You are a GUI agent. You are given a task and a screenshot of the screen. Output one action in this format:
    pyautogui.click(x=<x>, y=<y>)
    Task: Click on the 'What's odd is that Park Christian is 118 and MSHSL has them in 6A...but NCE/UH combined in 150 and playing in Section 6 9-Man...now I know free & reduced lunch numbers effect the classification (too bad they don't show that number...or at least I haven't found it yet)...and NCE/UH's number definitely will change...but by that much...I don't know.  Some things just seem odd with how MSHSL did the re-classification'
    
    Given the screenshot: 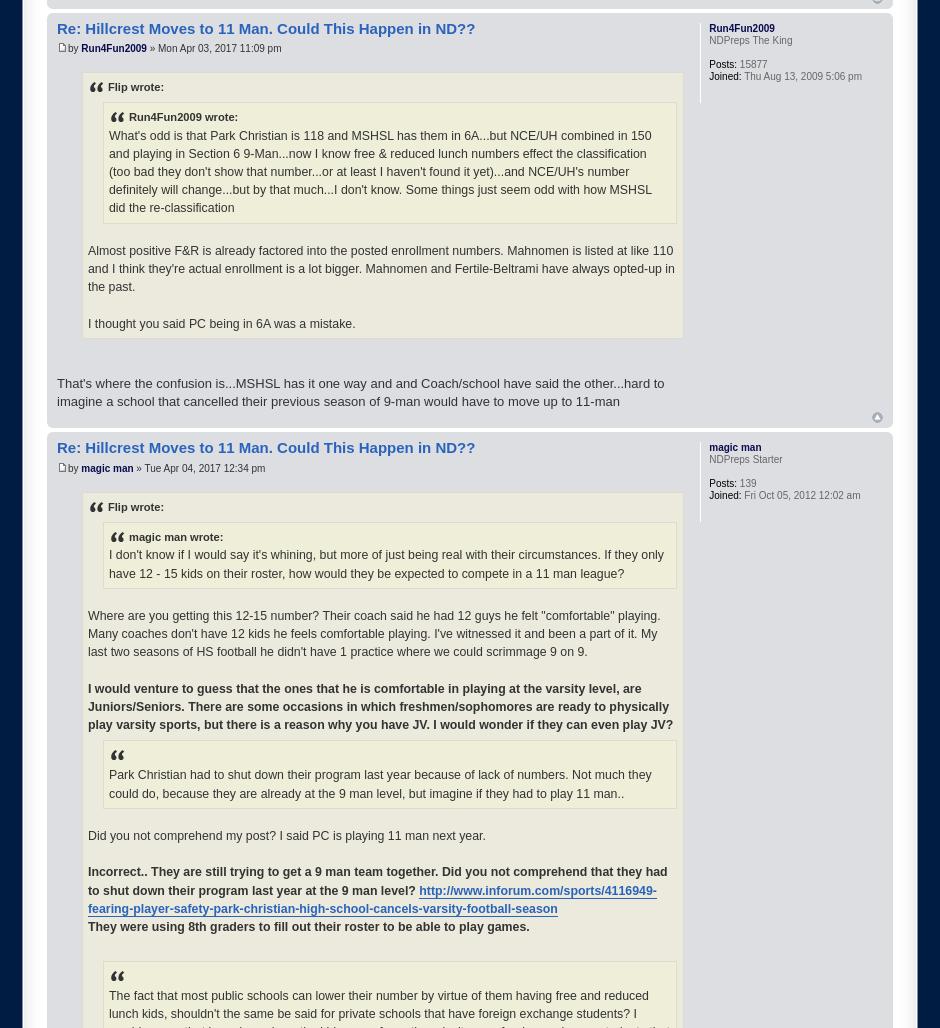 What is the action you would take?
    pyautogui.click(x=379, y=171)
    